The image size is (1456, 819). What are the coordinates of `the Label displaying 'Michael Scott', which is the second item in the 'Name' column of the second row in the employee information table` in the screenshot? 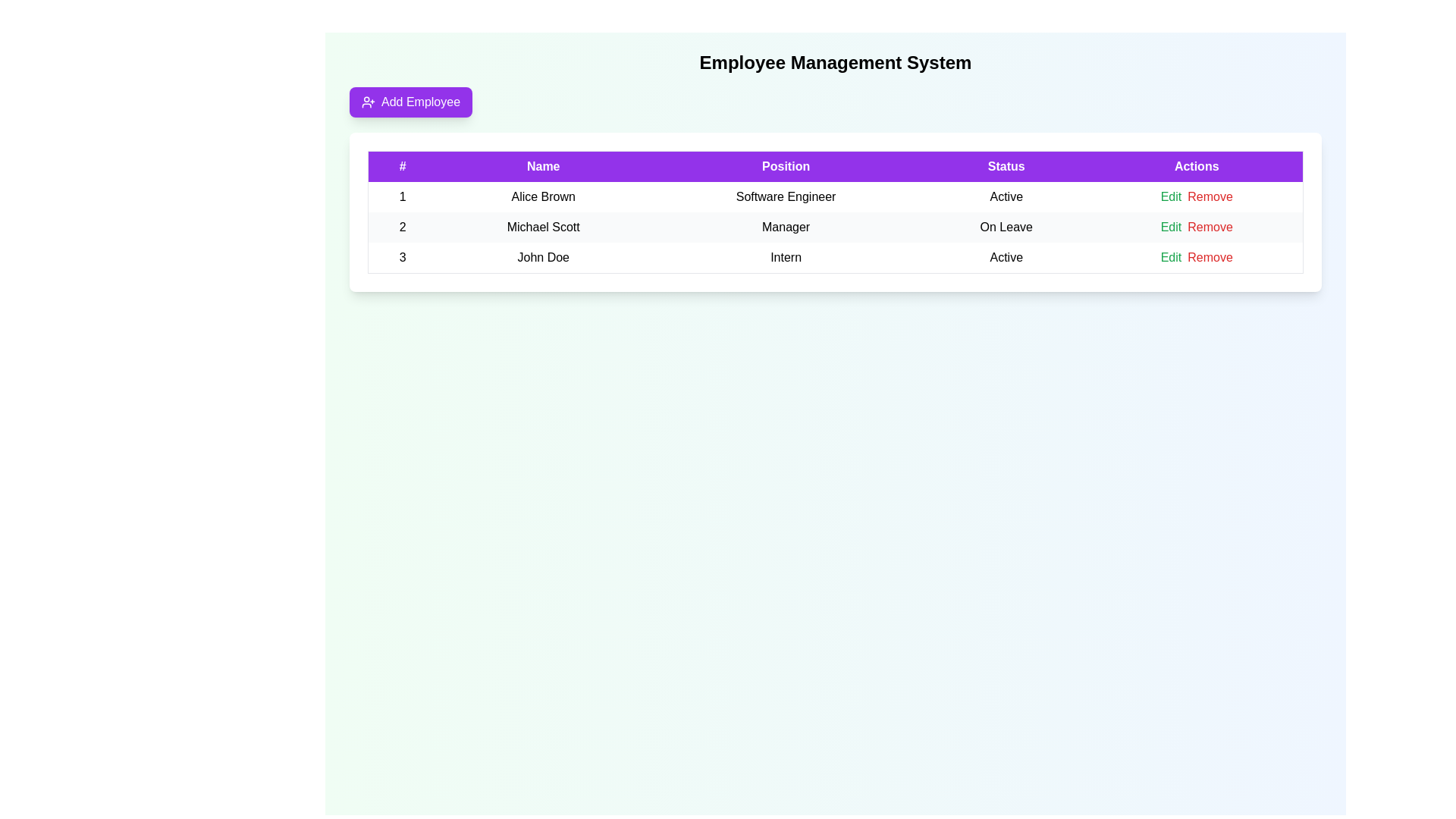 It's located at (543, 227).